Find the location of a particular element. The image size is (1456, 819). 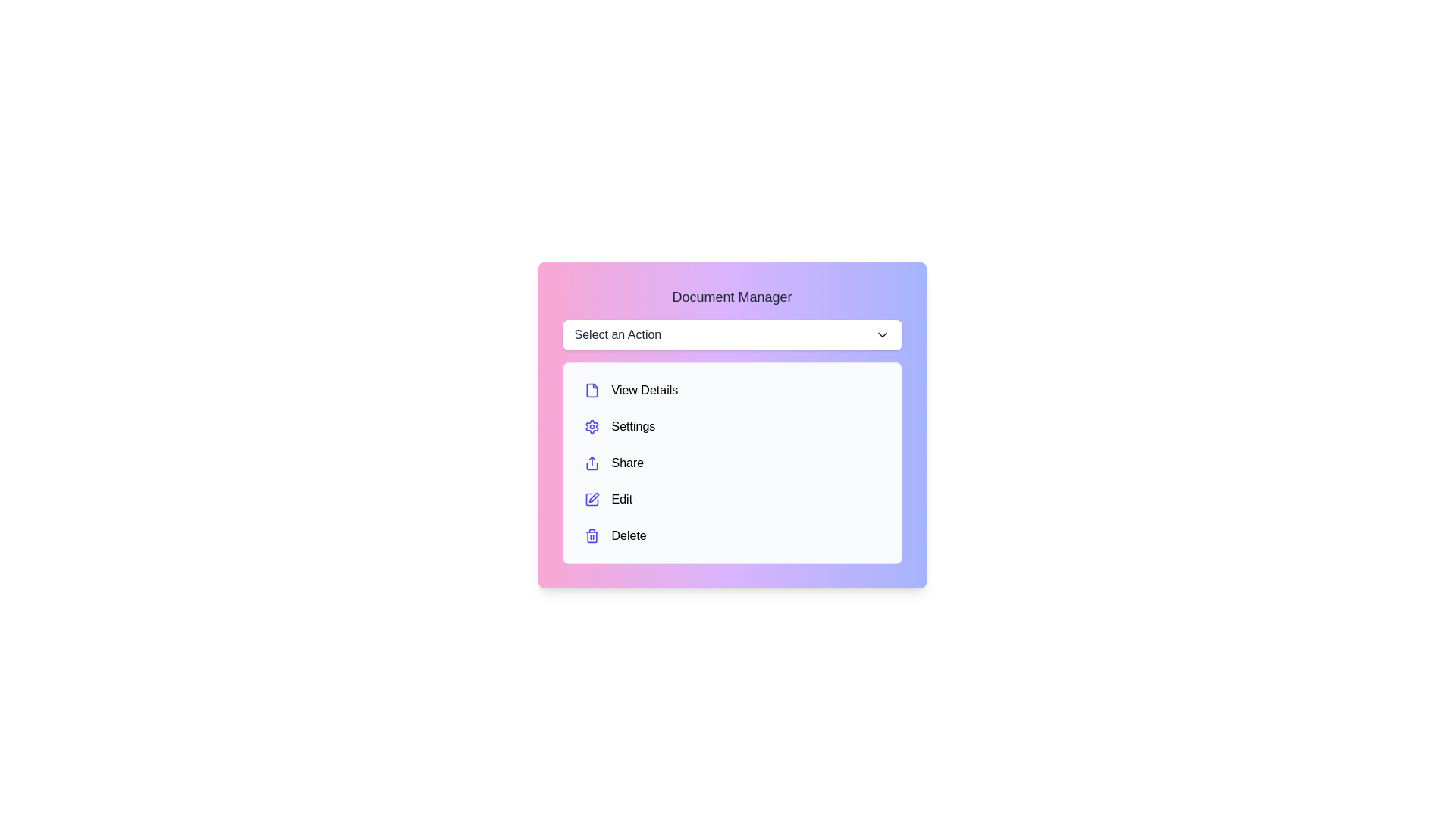

the document icon located within the 'View Details' menu item, positioned to the left of the text is located at coordinates (591, 390).